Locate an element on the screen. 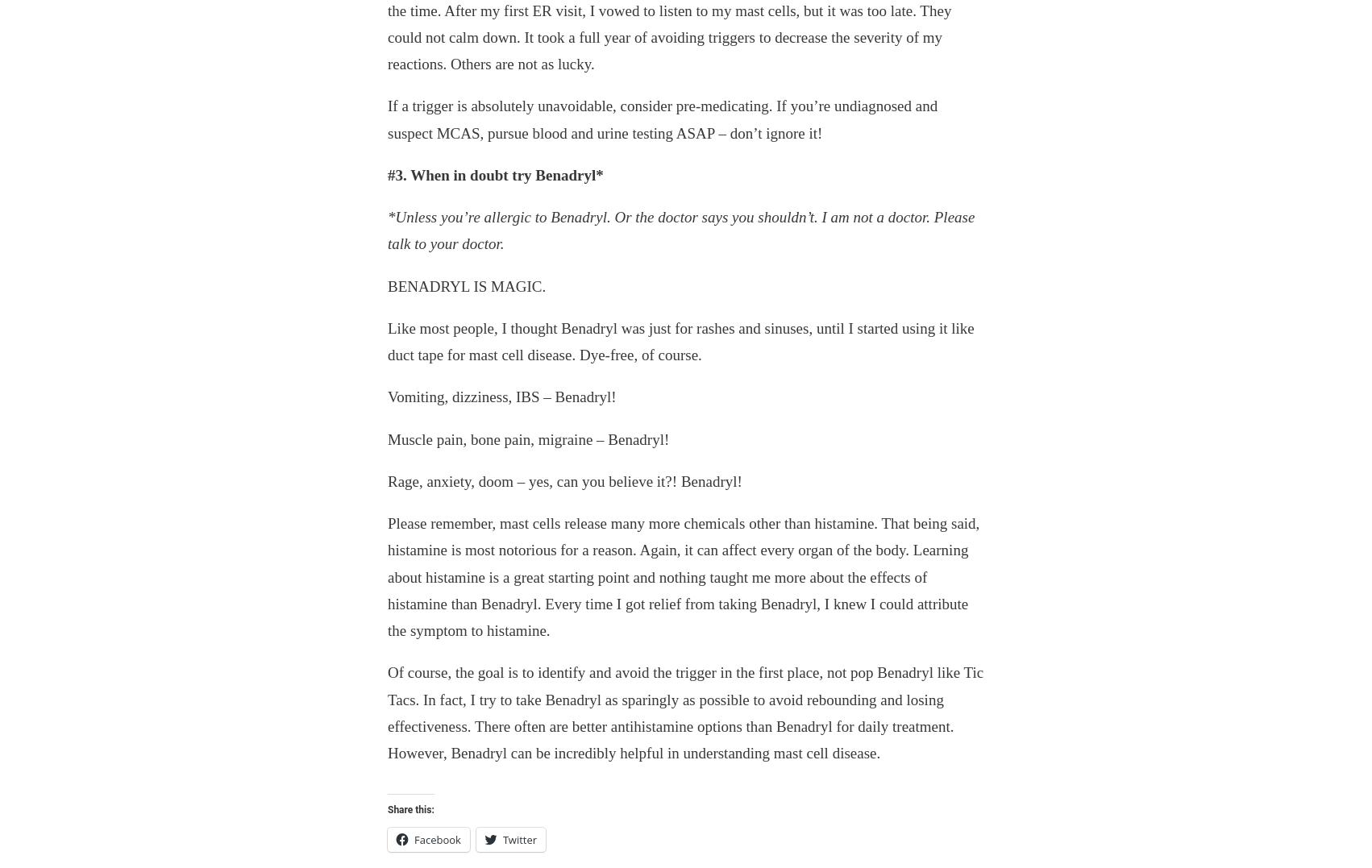  'Like most people, I thought Benadryl was just for rashes and sinuses, until I started using it like duct tape for mast cell disease. Dye-free, of course.' is located at coordinates (680, 340).